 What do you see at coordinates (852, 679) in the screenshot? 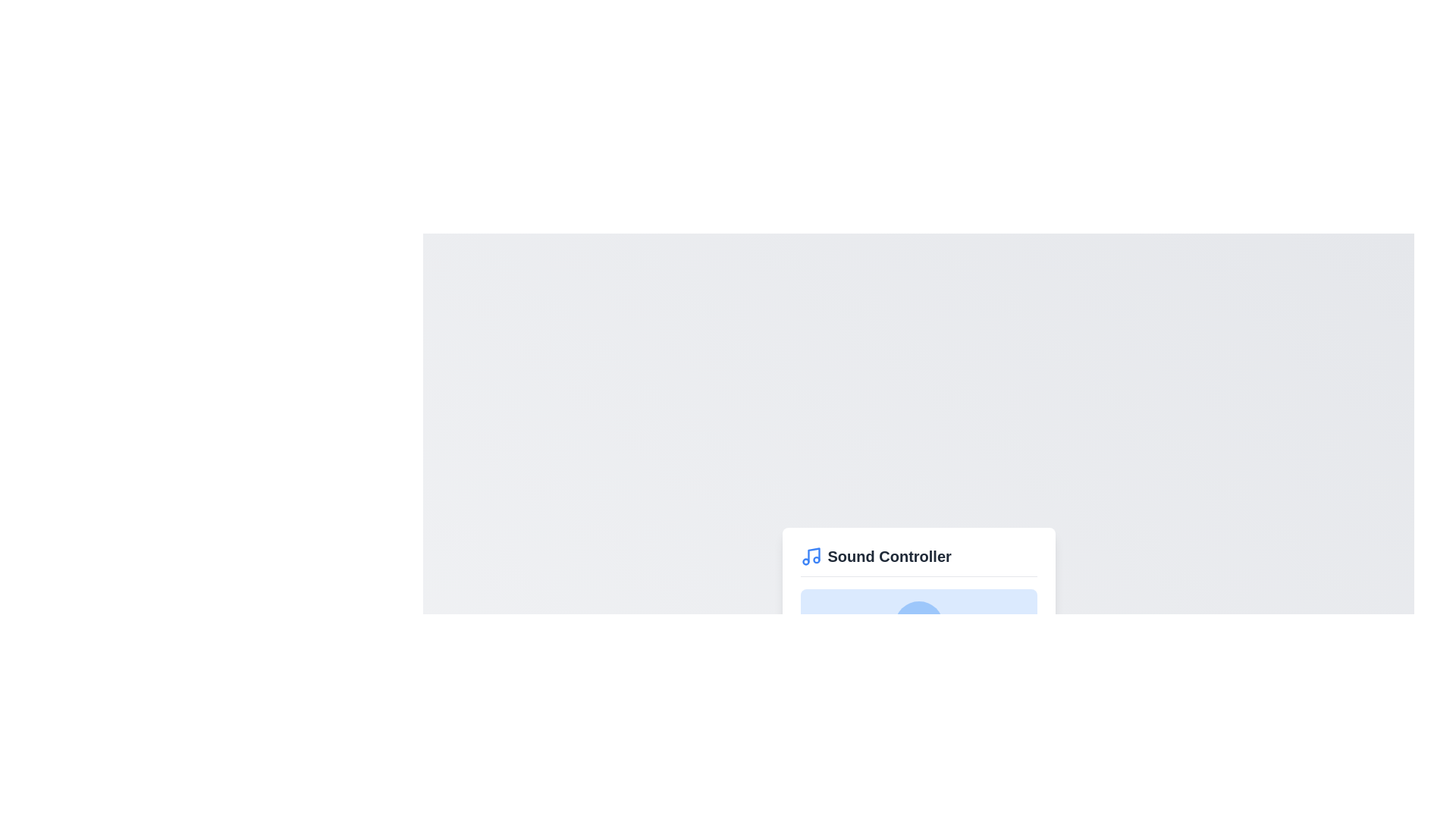
I see `the volume to 22% by interacting with the slider` at bounding box center [852, 679].